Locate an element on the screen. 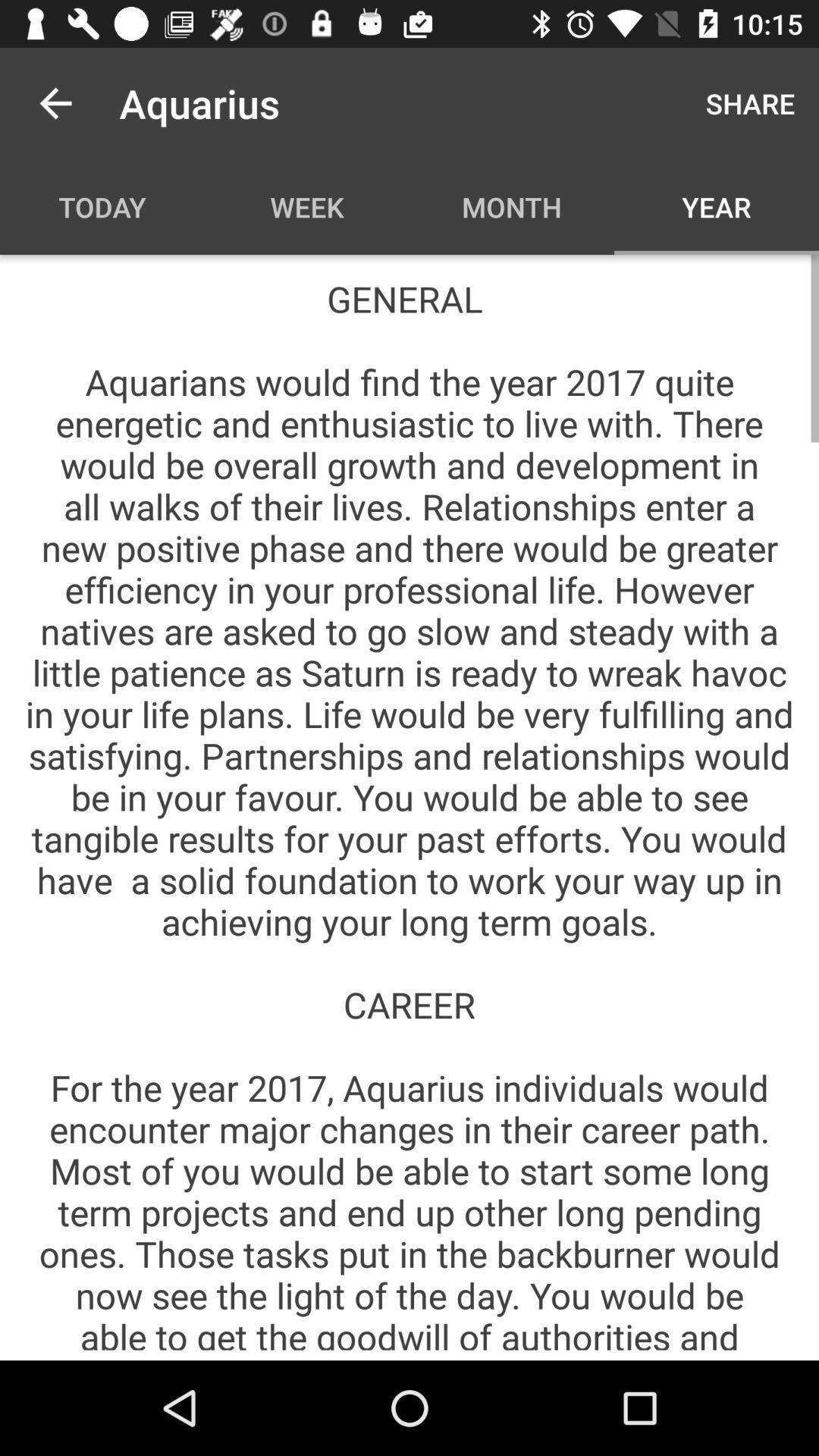 The height and width of the screenshot is (1456, 819). the icon next to the aquarius is located at coordinates (749, 102).